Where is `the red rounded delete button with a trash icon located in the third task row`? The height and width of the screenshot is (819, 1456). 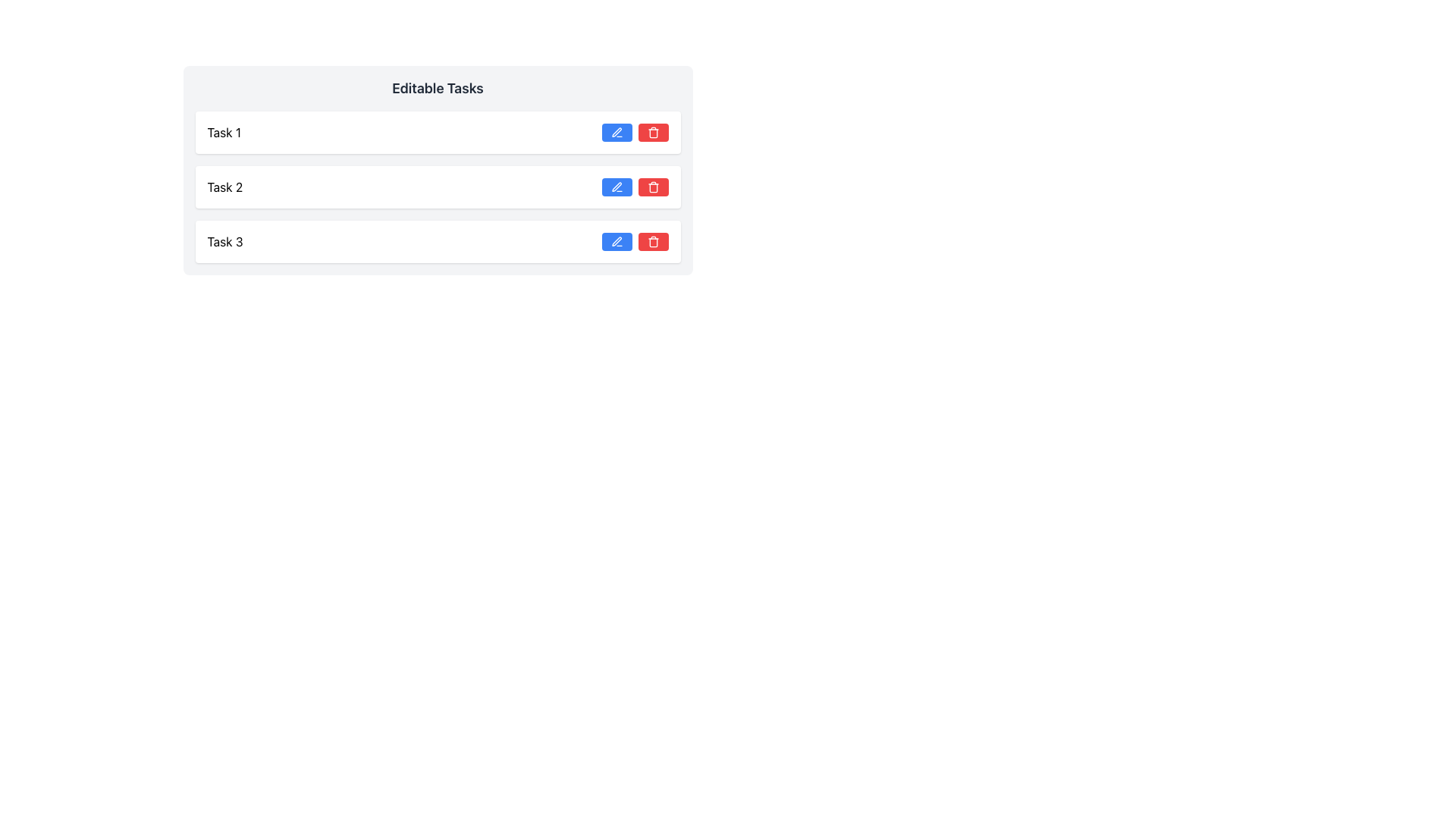
the red rounded delete button with a trash icon located in the third task row is located at coordinates (653, 241).